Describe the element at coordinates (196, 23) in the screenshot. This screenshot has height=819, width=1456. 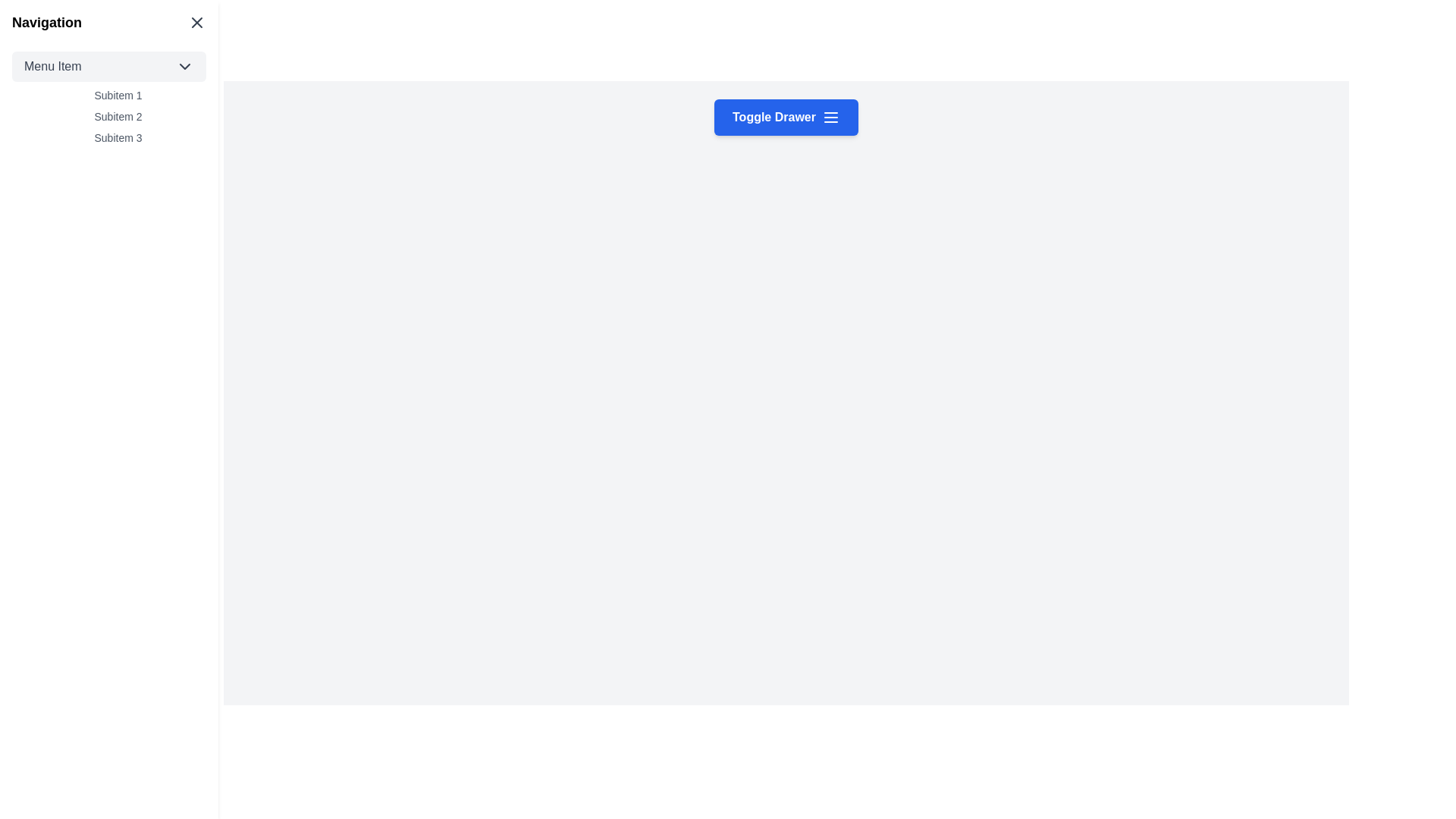
I see `the Close Icon Button located in the top-left corner of the interface, above the Navigation sidebar, to receive potential visual feedback` at that location.